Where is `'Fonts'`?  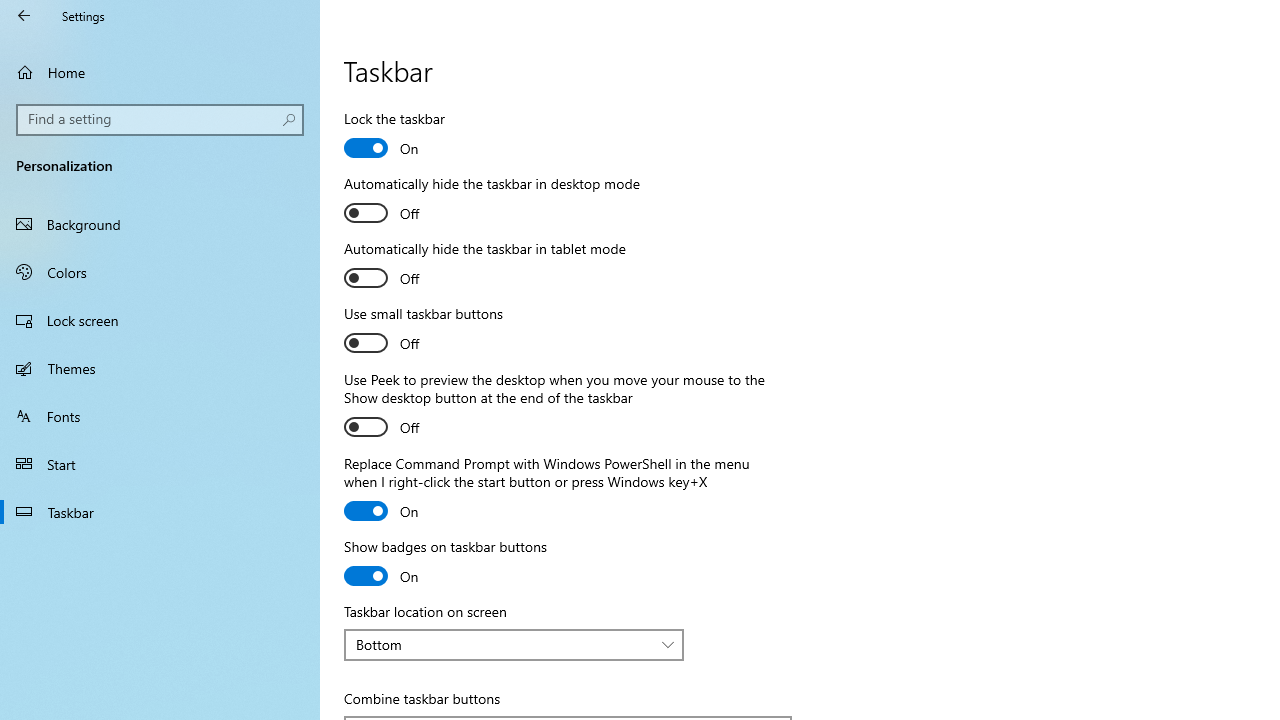 'Fonts' is located at coordinates (160, 414).